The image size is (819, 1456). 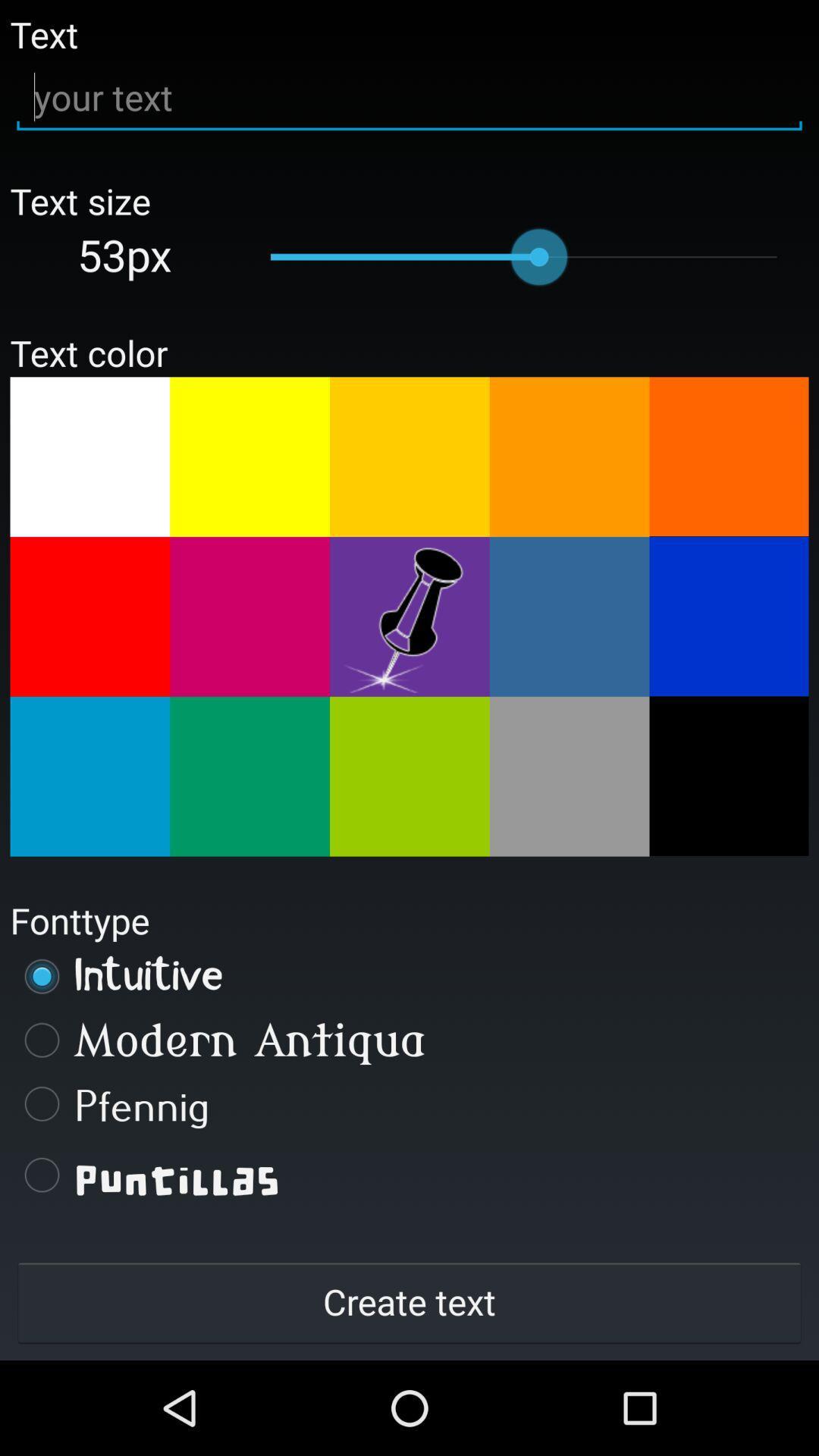 I want to click on puntillas, so click(x=409, y=1174).